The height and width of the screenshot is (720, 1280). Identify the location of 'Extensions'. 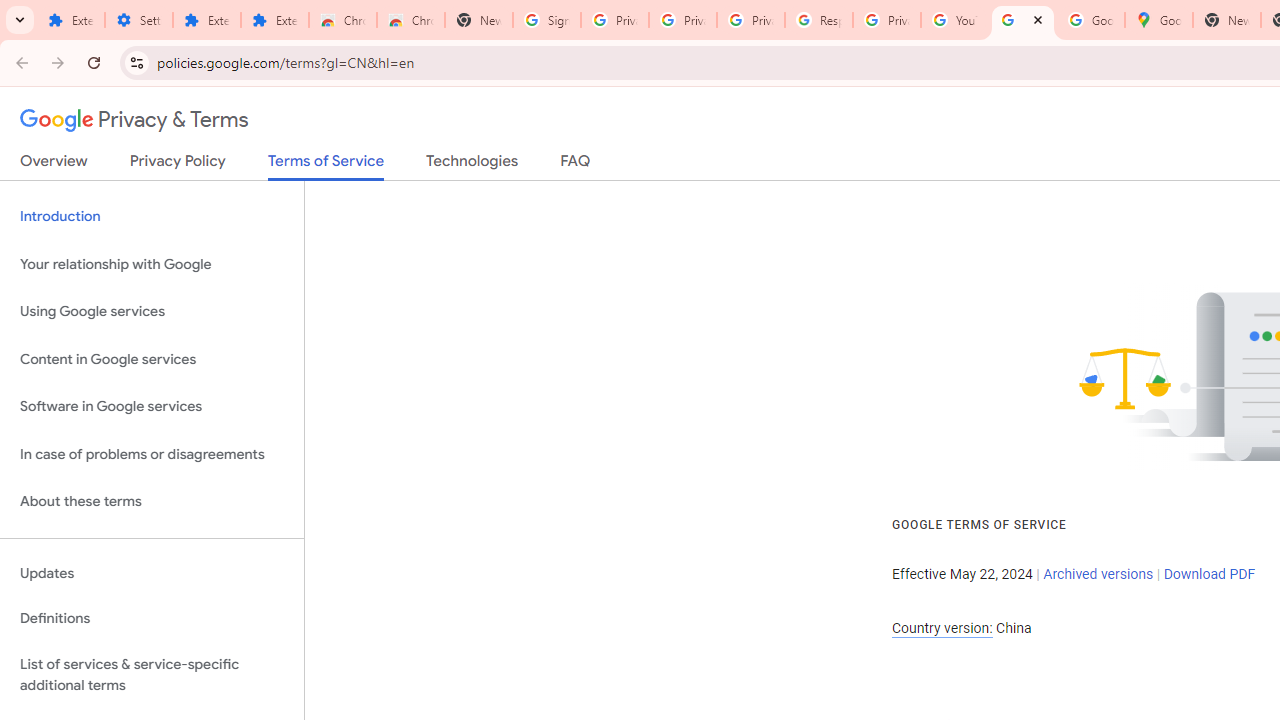
(206, 20).